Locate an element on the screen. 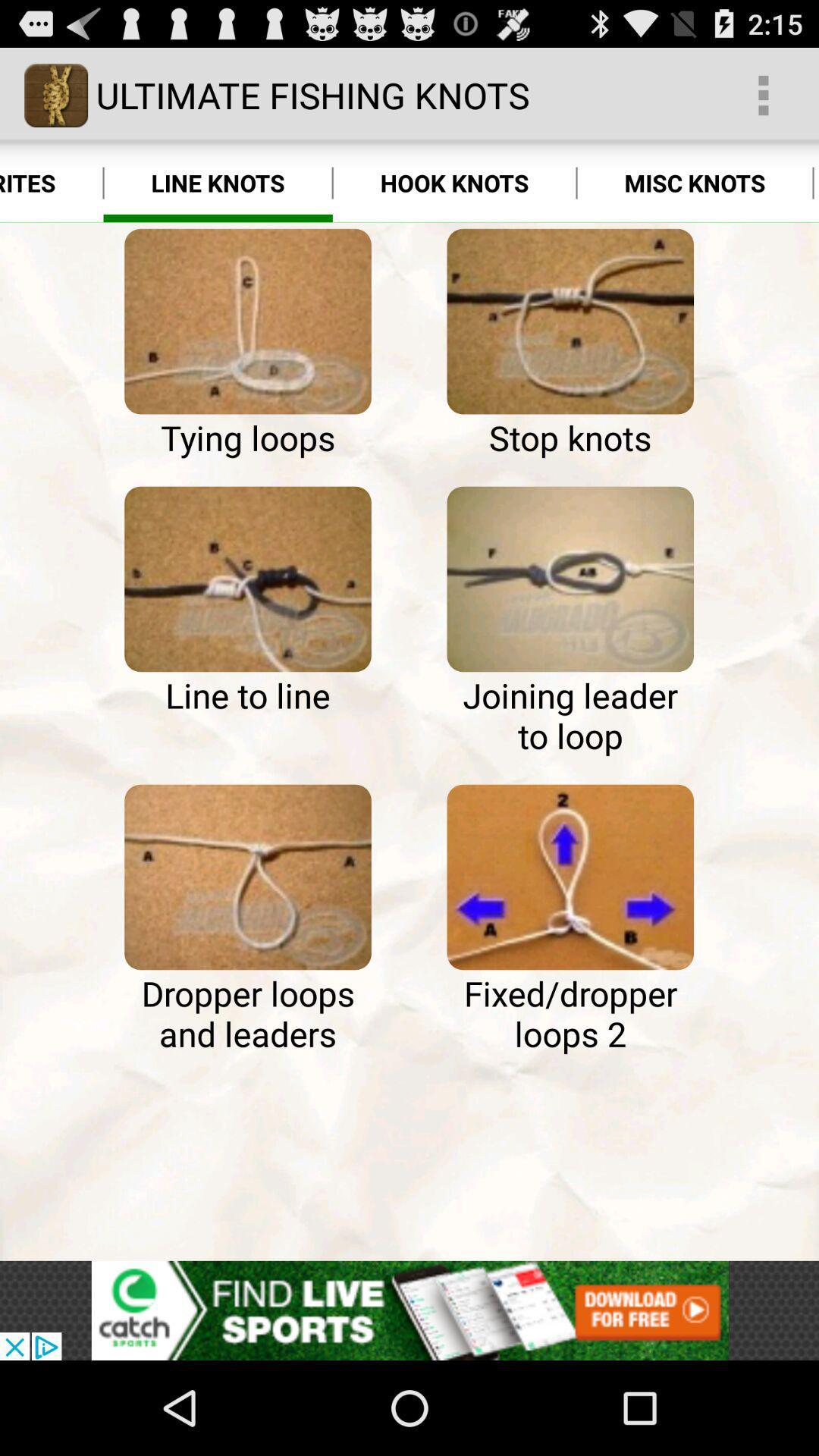  picture is located at coordinates (247, 321).